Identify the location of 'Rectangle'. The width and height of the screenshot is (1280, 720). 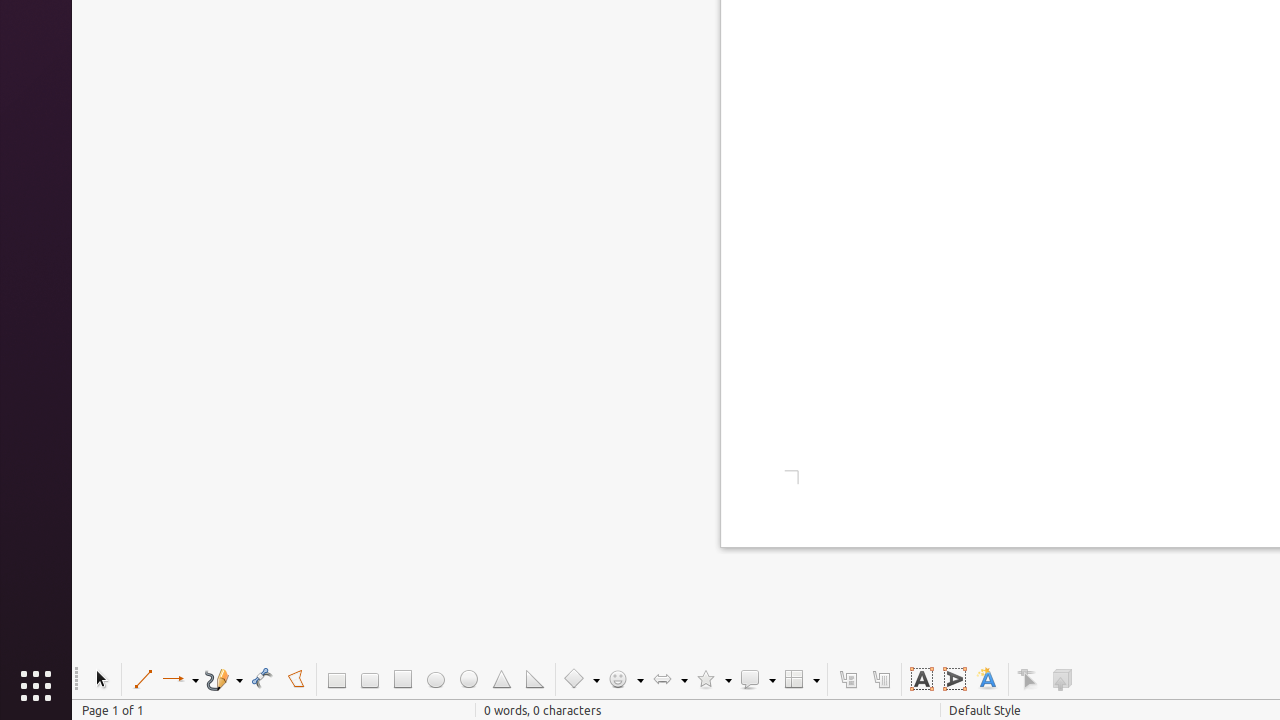
(336, 678).